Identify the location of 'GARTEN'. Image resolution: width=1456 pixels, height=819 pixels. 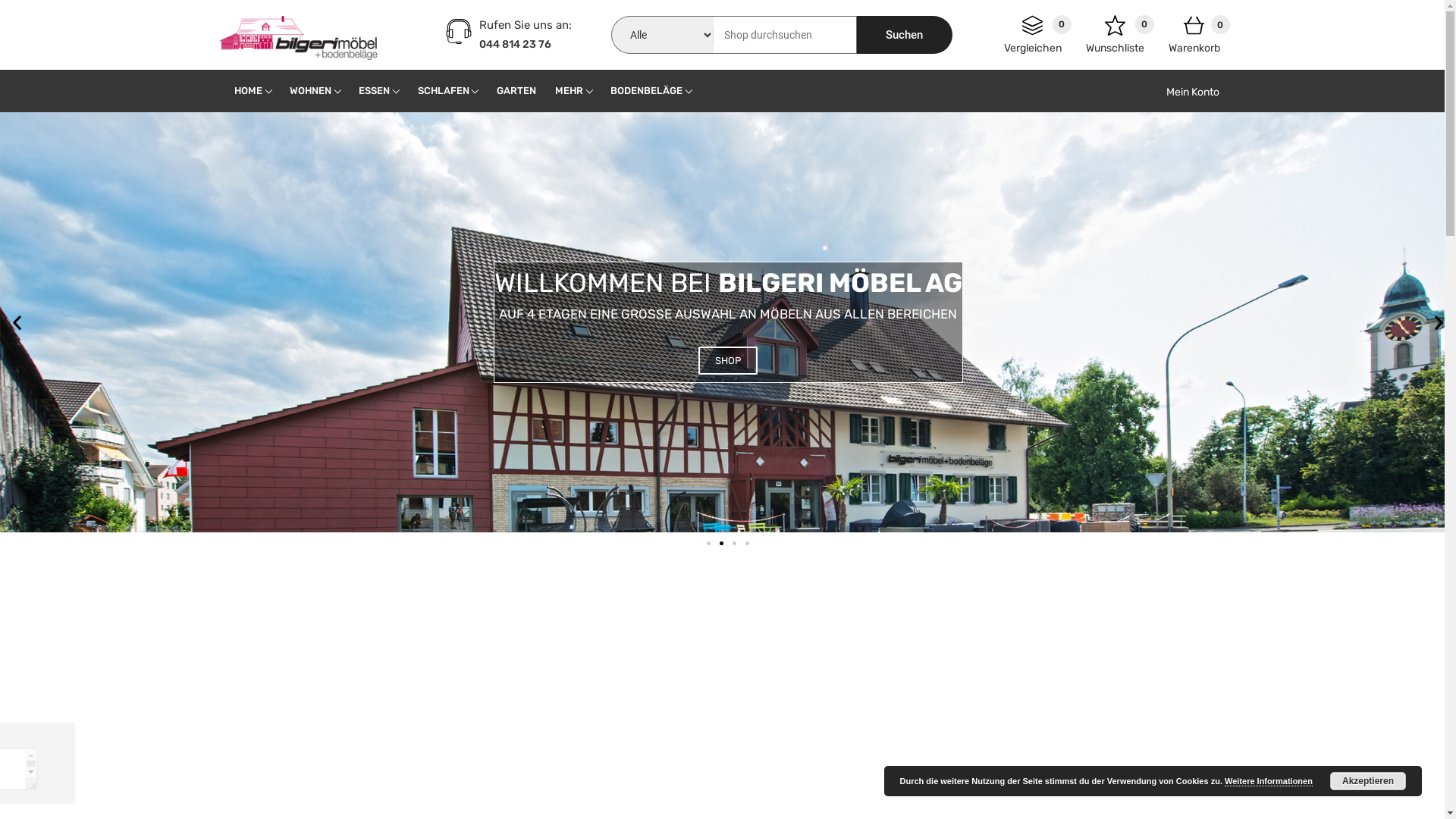
(516, 90).